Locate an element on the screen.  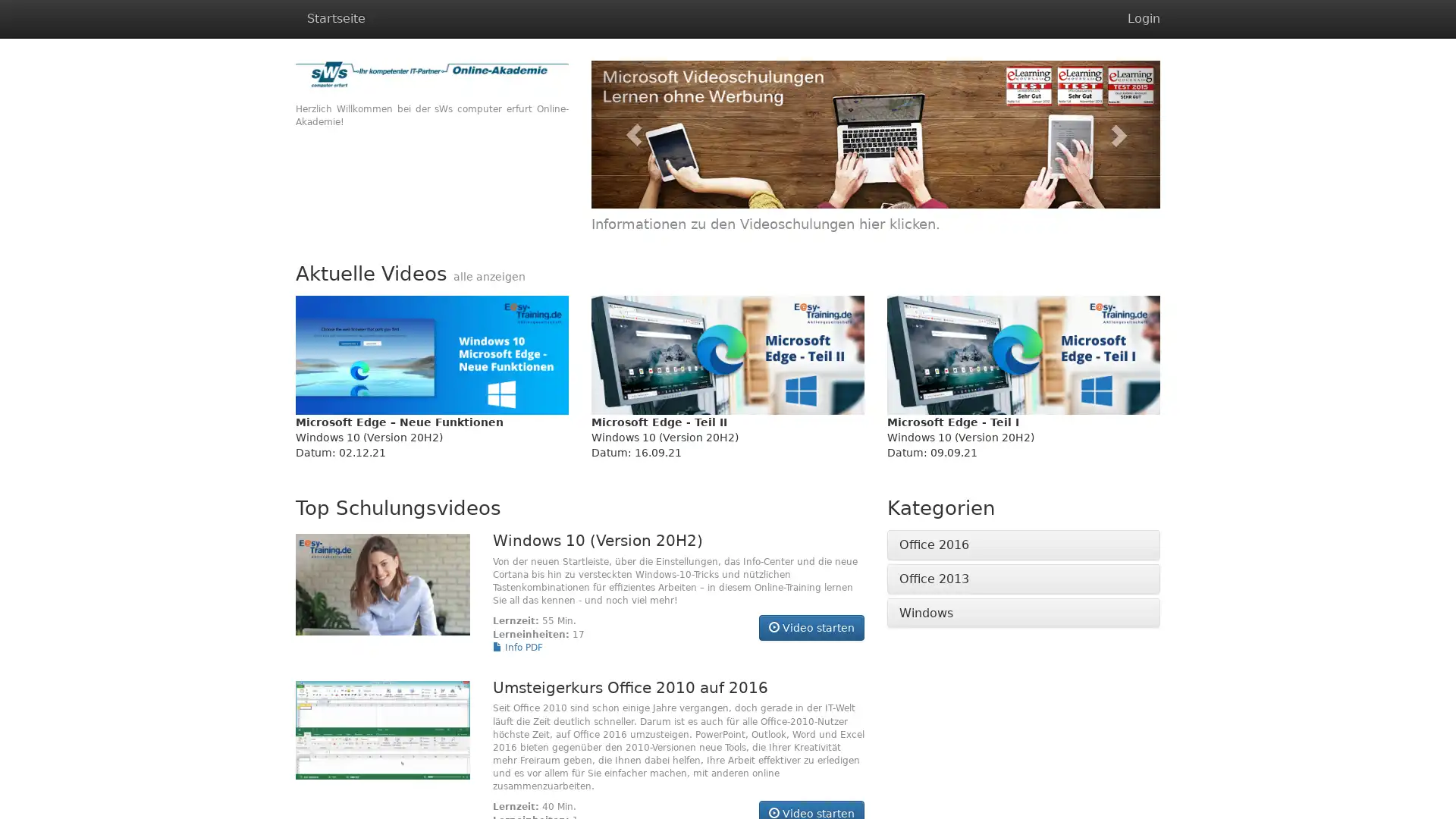
Zuruck is located at coordinates (633, 133).